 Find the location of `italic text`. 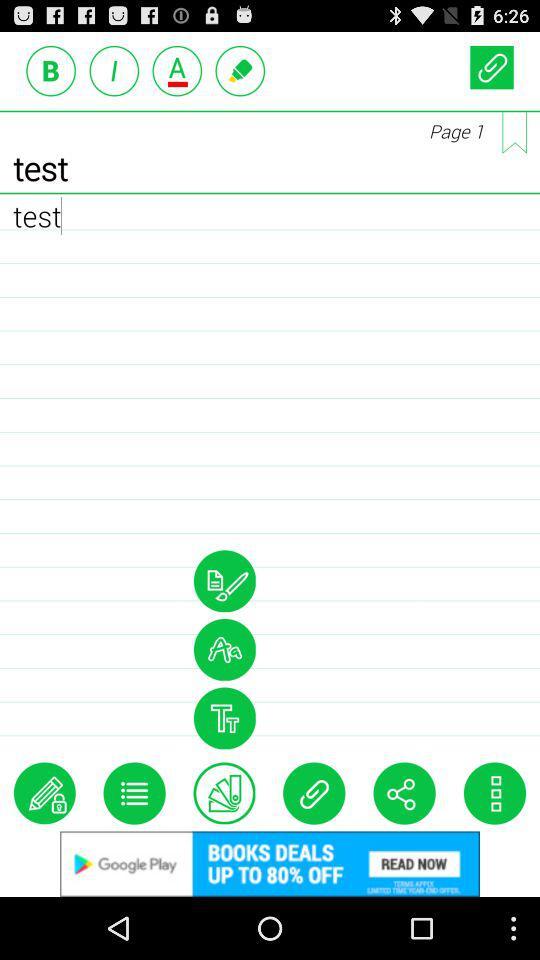

italic text is located at coordinates (114, 70).